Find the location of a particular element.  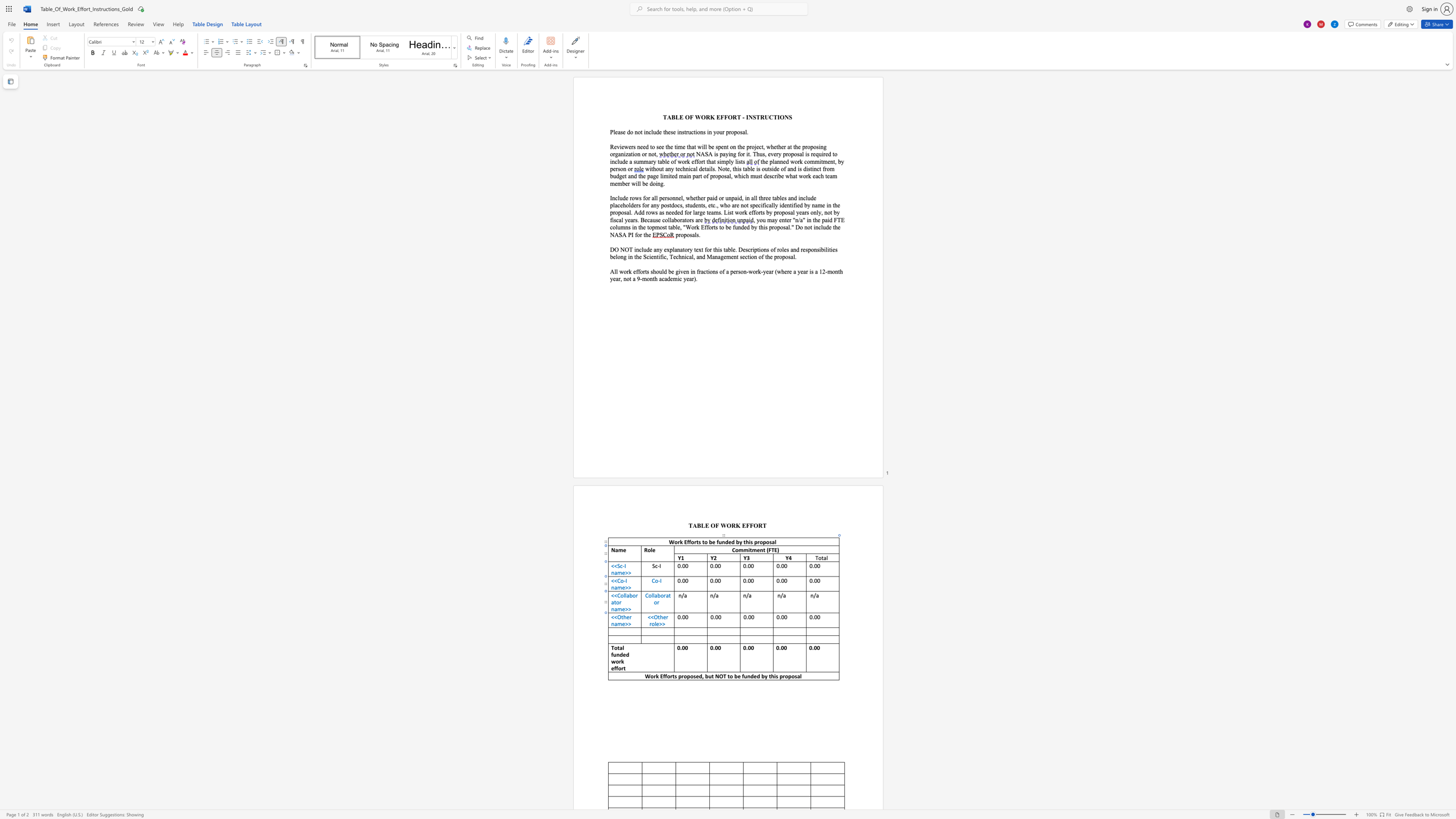

the 1th character "l" in the text is located at coordinates (655, 623).